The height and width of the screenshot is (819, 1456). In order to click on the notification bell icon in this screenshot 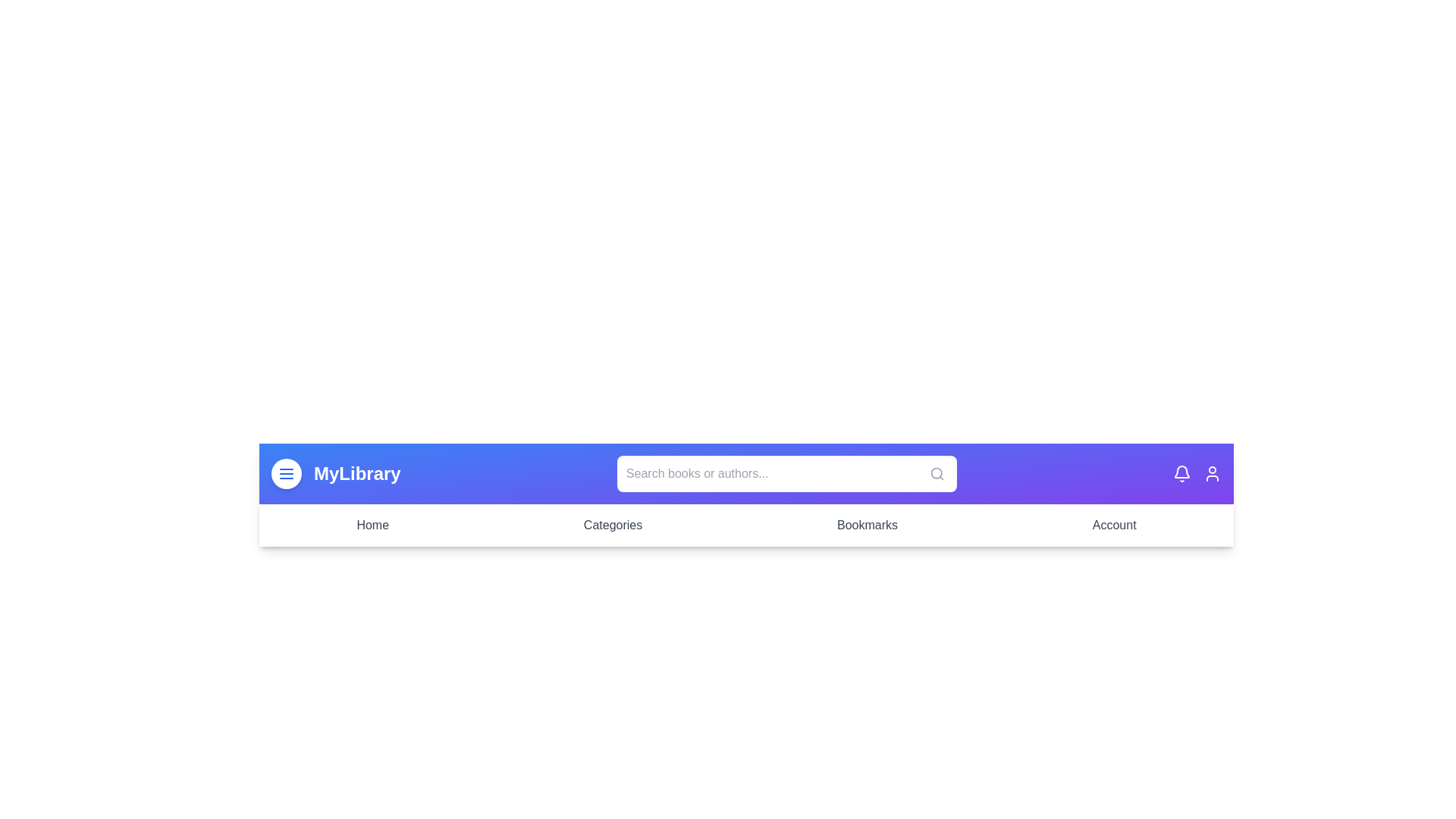, I will do `click(1181, 472)`.